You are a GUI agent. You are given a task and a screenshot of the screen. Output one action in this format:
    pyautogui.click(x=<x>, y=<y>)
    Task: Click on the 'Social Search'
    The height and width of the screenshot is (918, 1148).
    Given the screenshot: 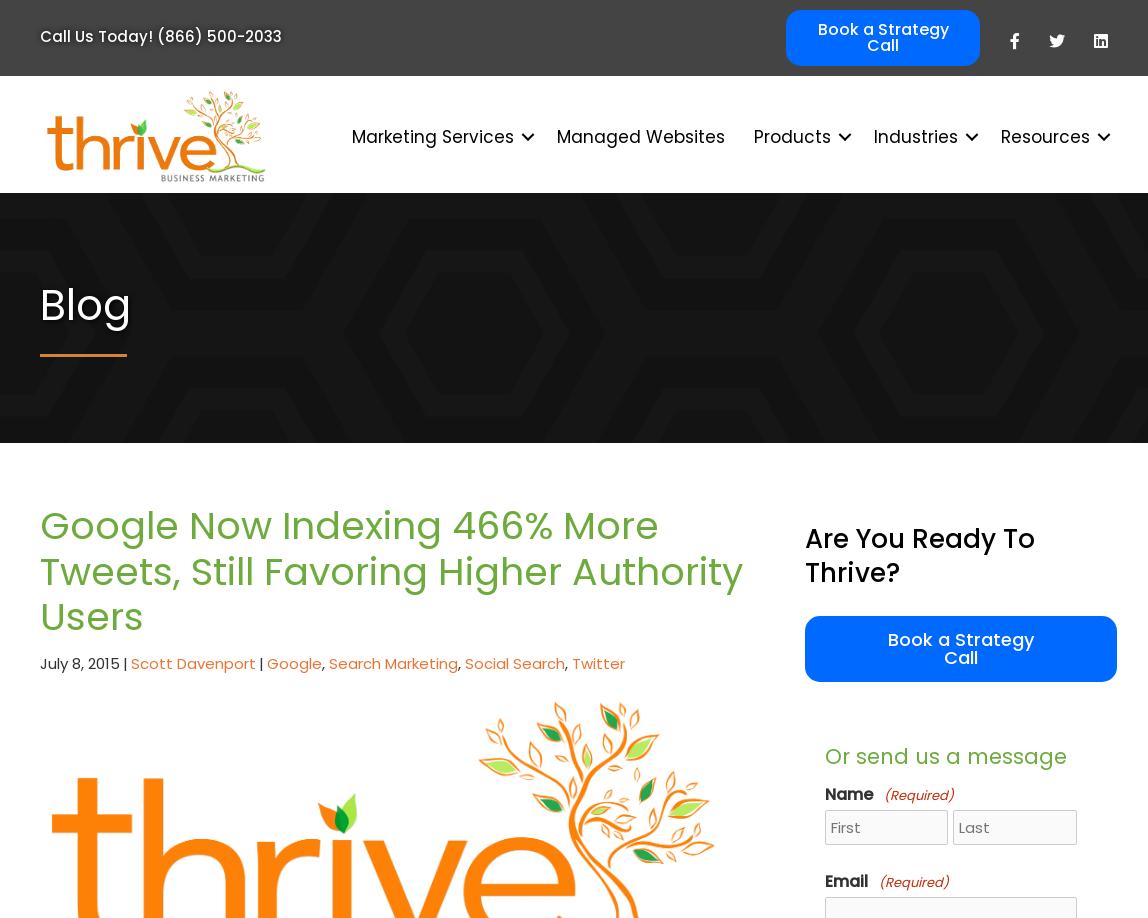 What is the action you would take?
    pyautogui.click(x=465, y=662)
    